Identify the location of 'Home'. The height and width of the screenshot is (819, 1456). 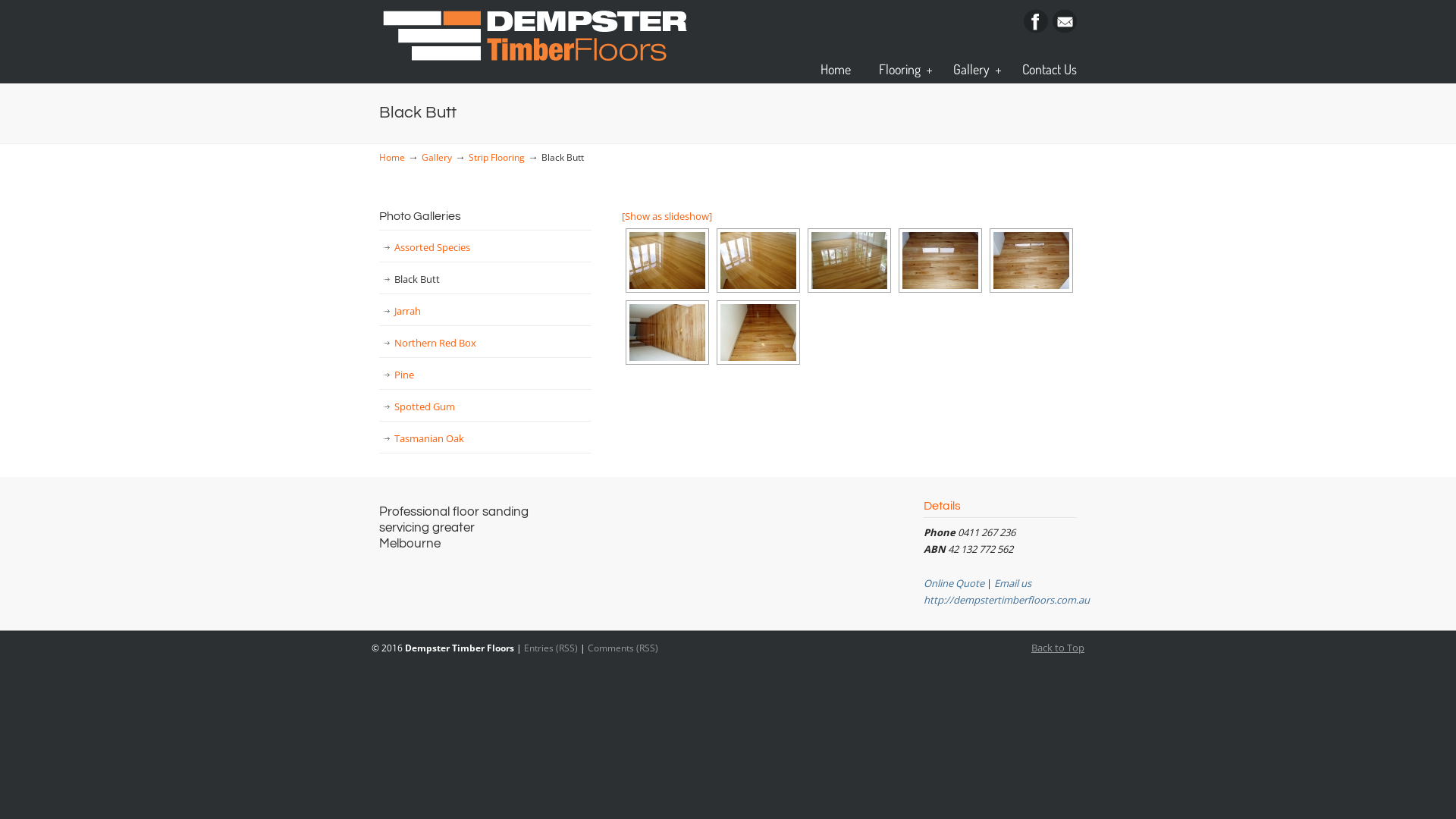
(835, 69).